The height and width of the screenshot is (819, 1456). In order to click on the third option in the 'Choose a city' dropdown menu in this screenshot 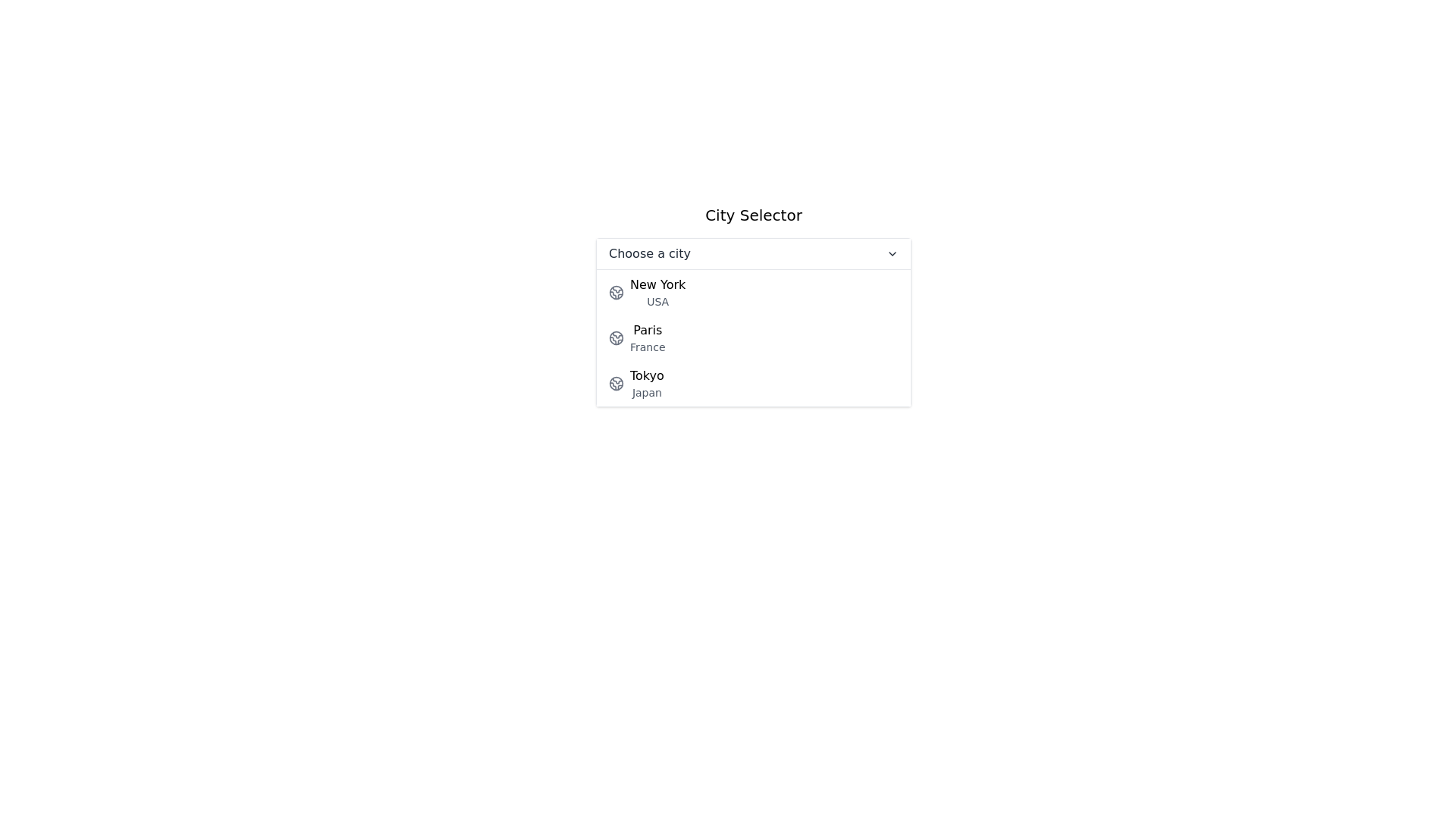, I will do `click(753, 382)`.